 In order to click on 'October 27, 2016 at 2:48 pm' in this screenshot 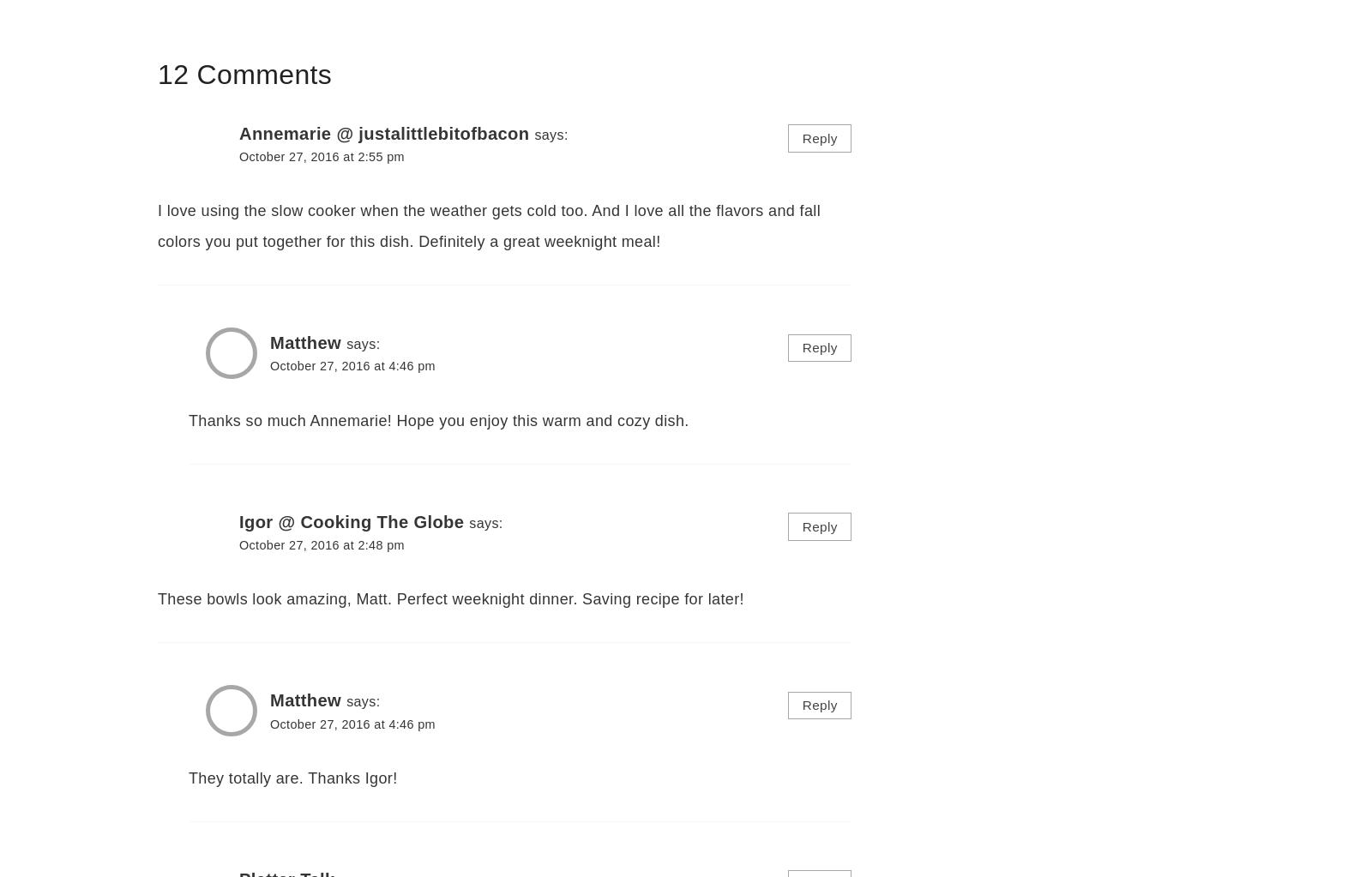, I will do `click(322, 544)`.